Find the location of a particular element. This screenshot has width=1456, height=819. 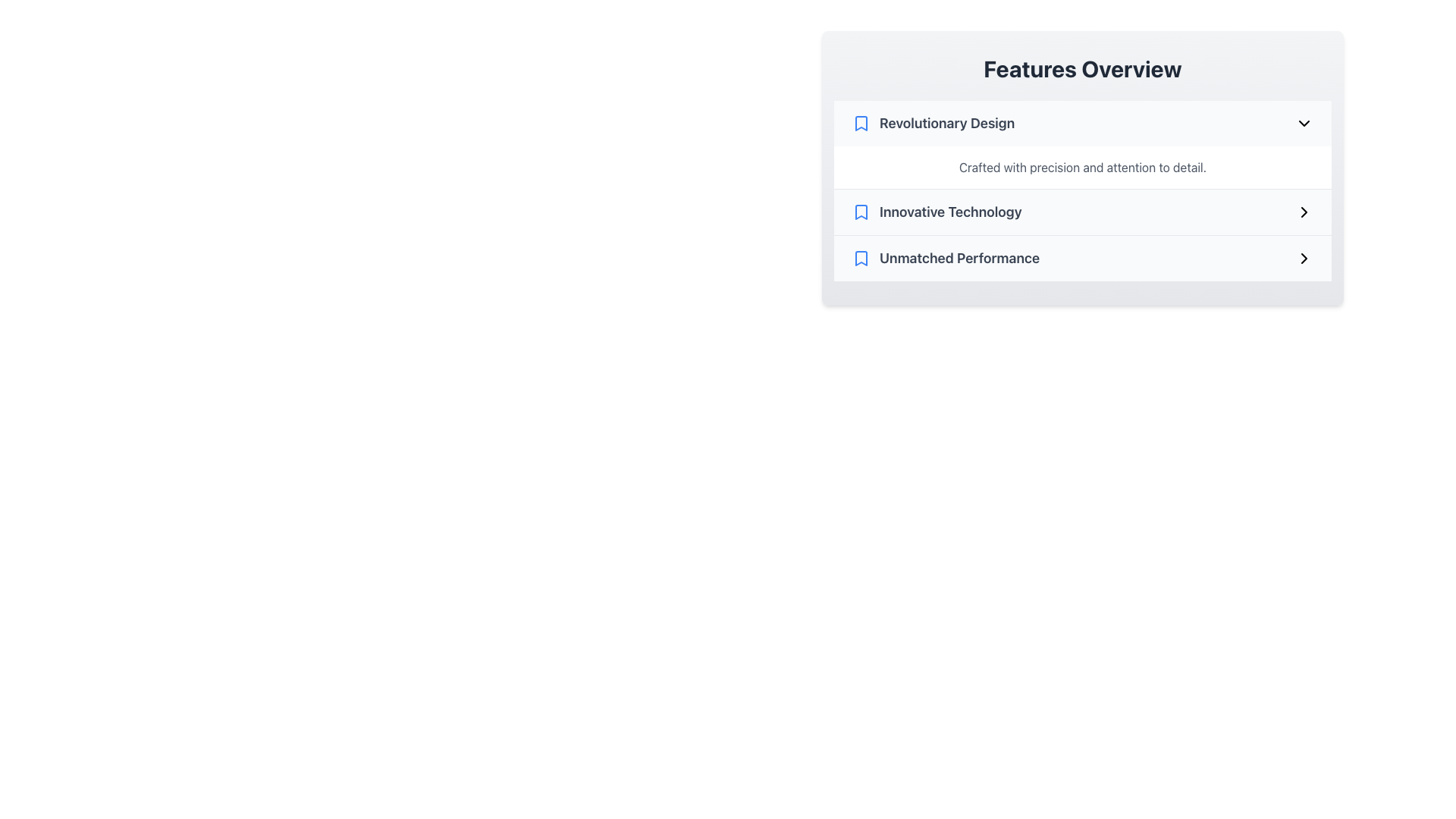

the right-oriented chevron-shaped vector icon within the 'Features Overview' section, adjacent to the 'Innovative Technology' list item text label is located at coordinates (1303, 212).